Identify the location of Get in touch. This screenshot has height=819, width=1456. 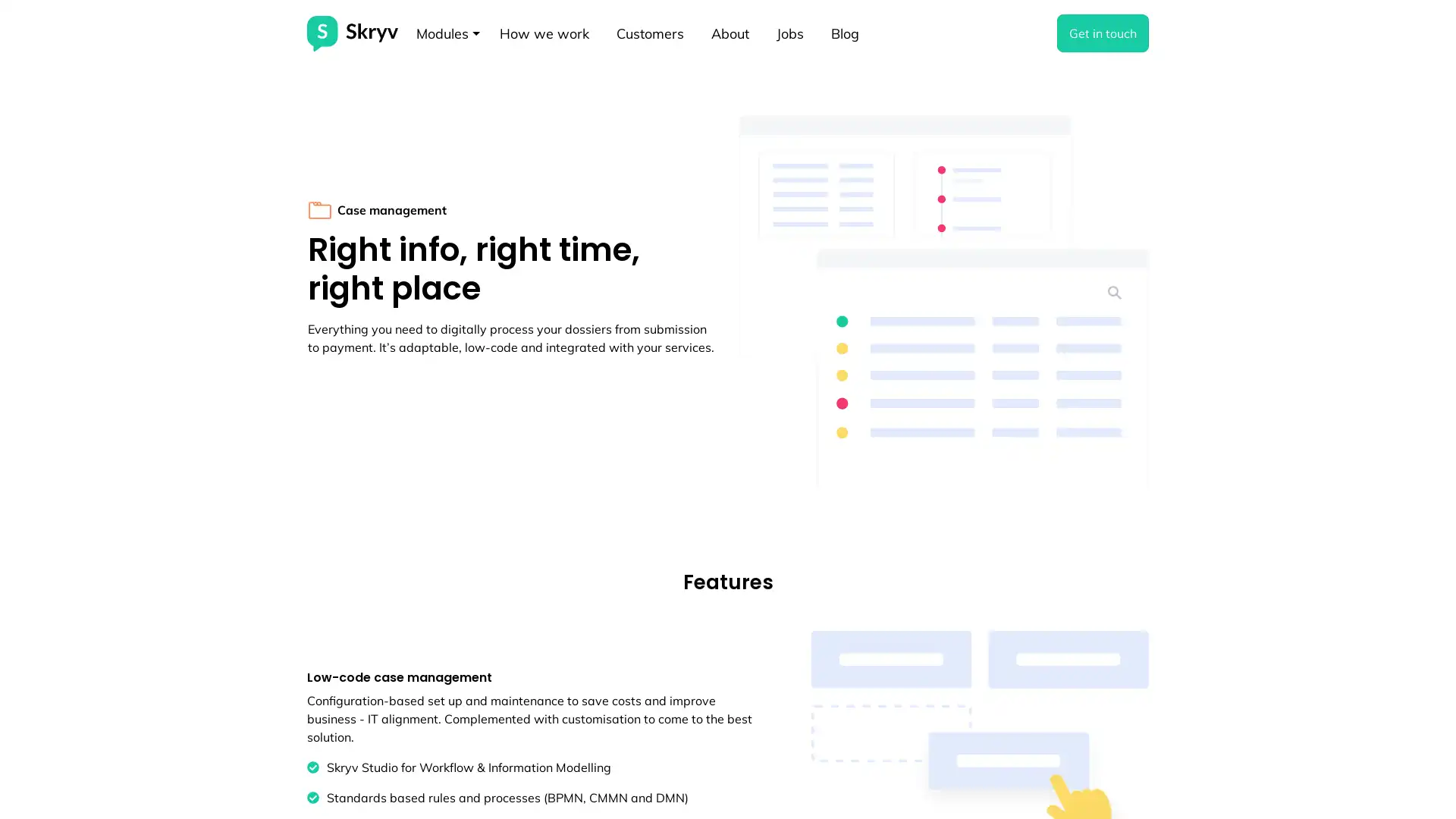
(1103, 33).